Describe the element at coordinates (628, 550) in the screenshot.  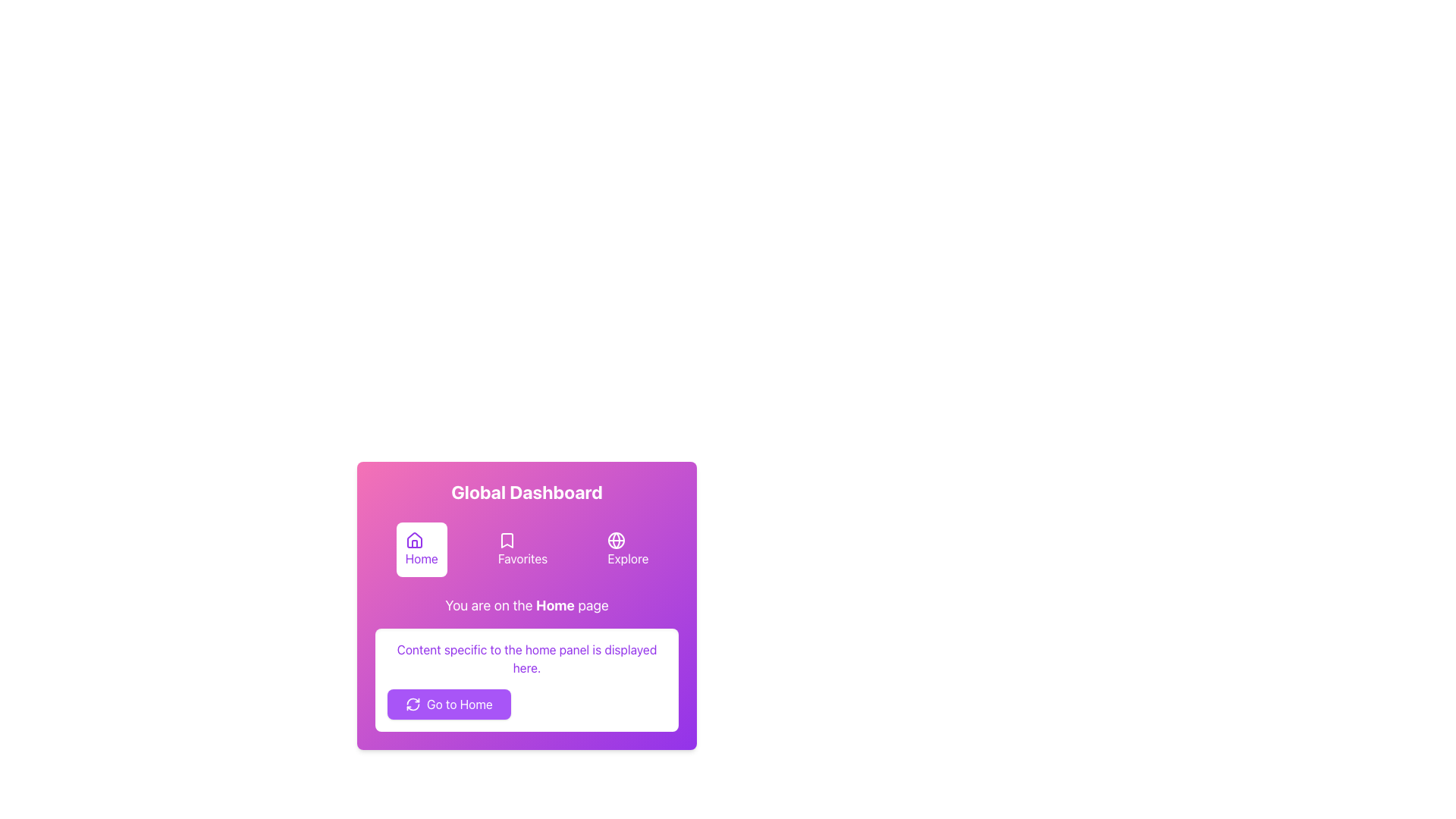
I see `the third button in the horizontal row at the bottom of the interface` at that location.